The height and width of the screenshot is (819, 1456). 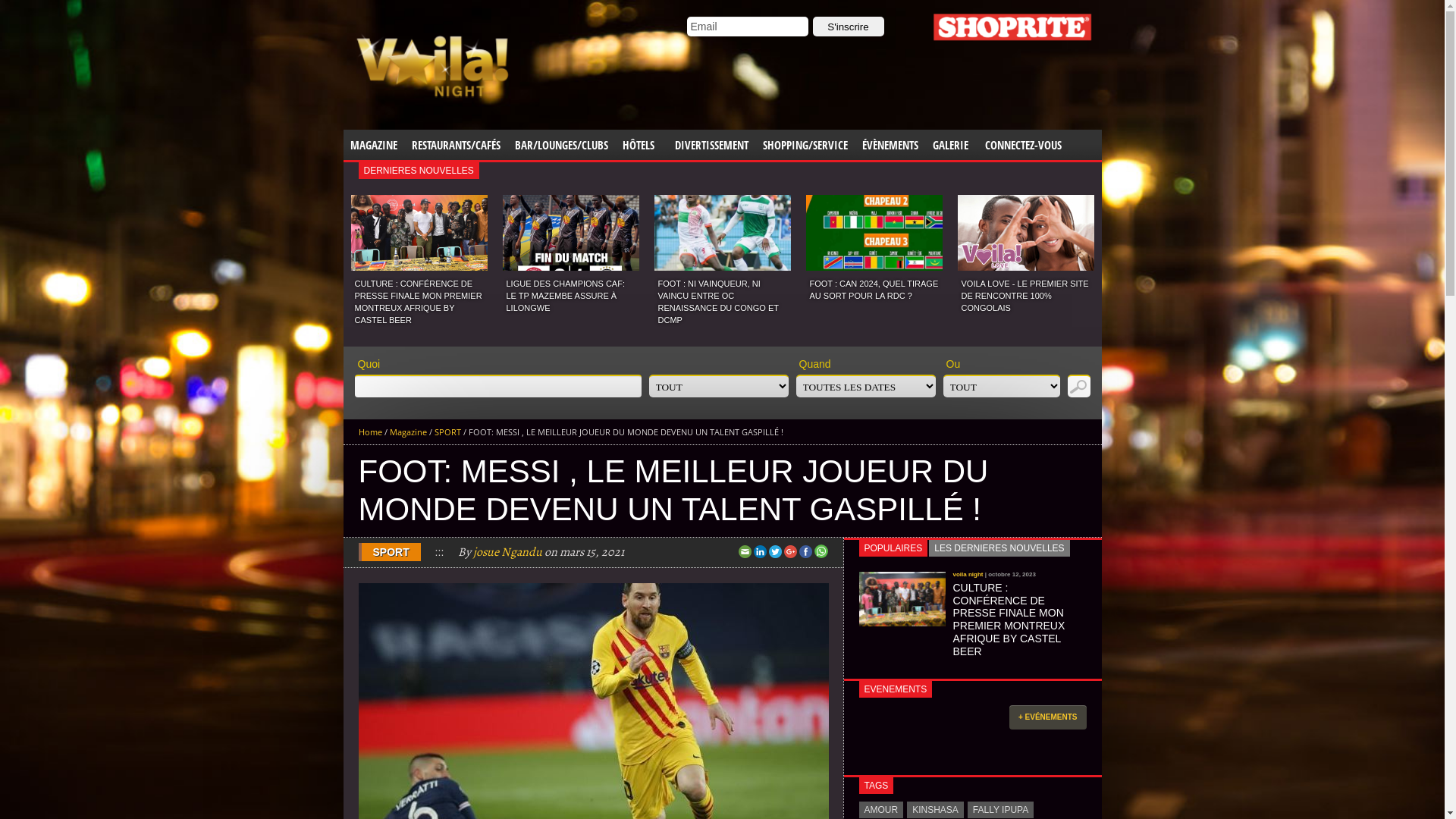 What do you see at coordinates (874, 288) in the screenshot?
I see `'FOOT : CAN 2024, QUEL TIRAGE AU SORT POUR LA RDC ?'` at bounding box center [874, 288].